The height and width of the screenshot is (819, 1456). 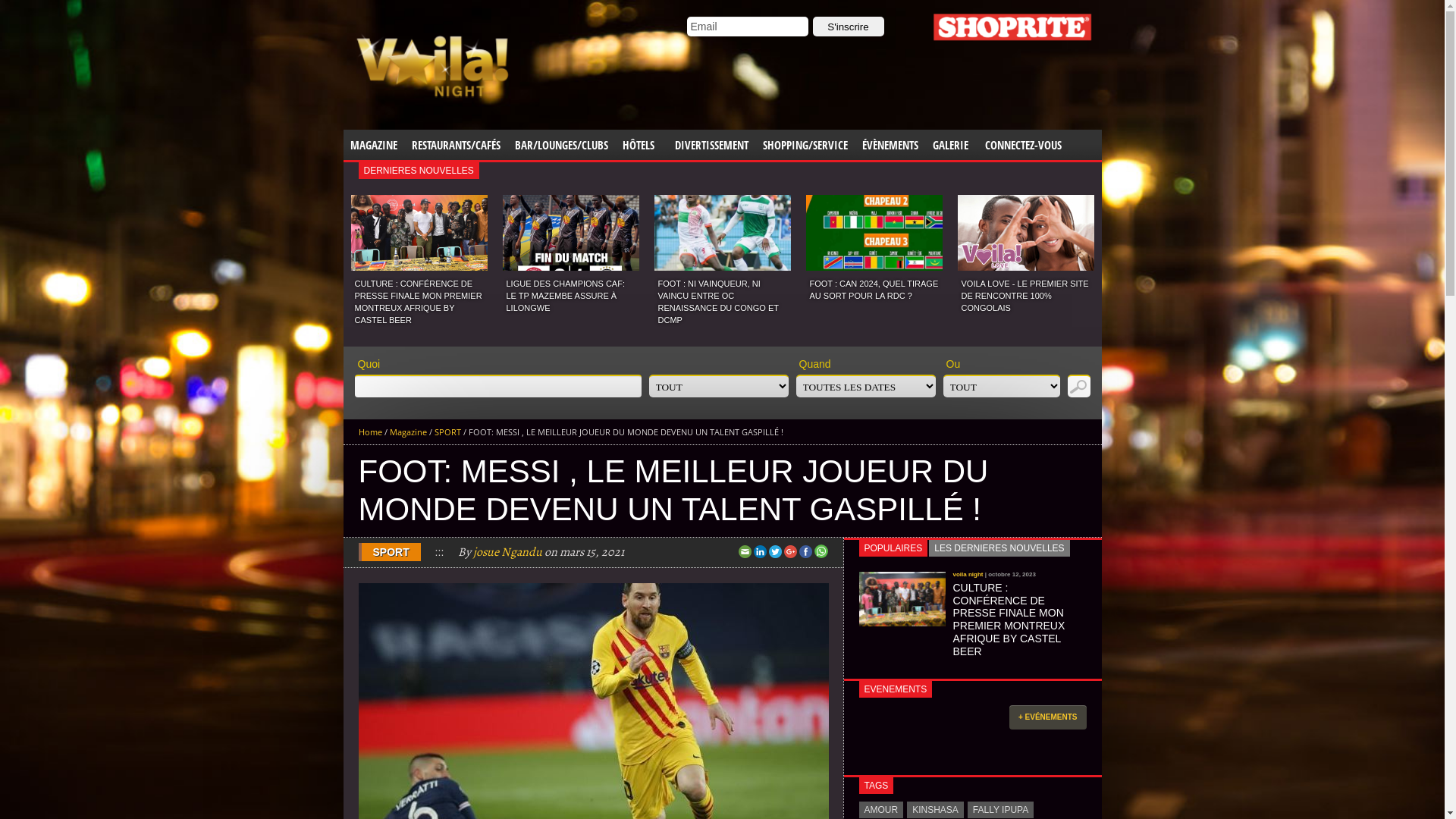 What do you see at coordinates (874, 288) in the screenshot?
I see `'FOOT : CAN 2024, QUEL TIRAGE AU SORT POUR LA RDC ?'` at bounding box center [874, 288].